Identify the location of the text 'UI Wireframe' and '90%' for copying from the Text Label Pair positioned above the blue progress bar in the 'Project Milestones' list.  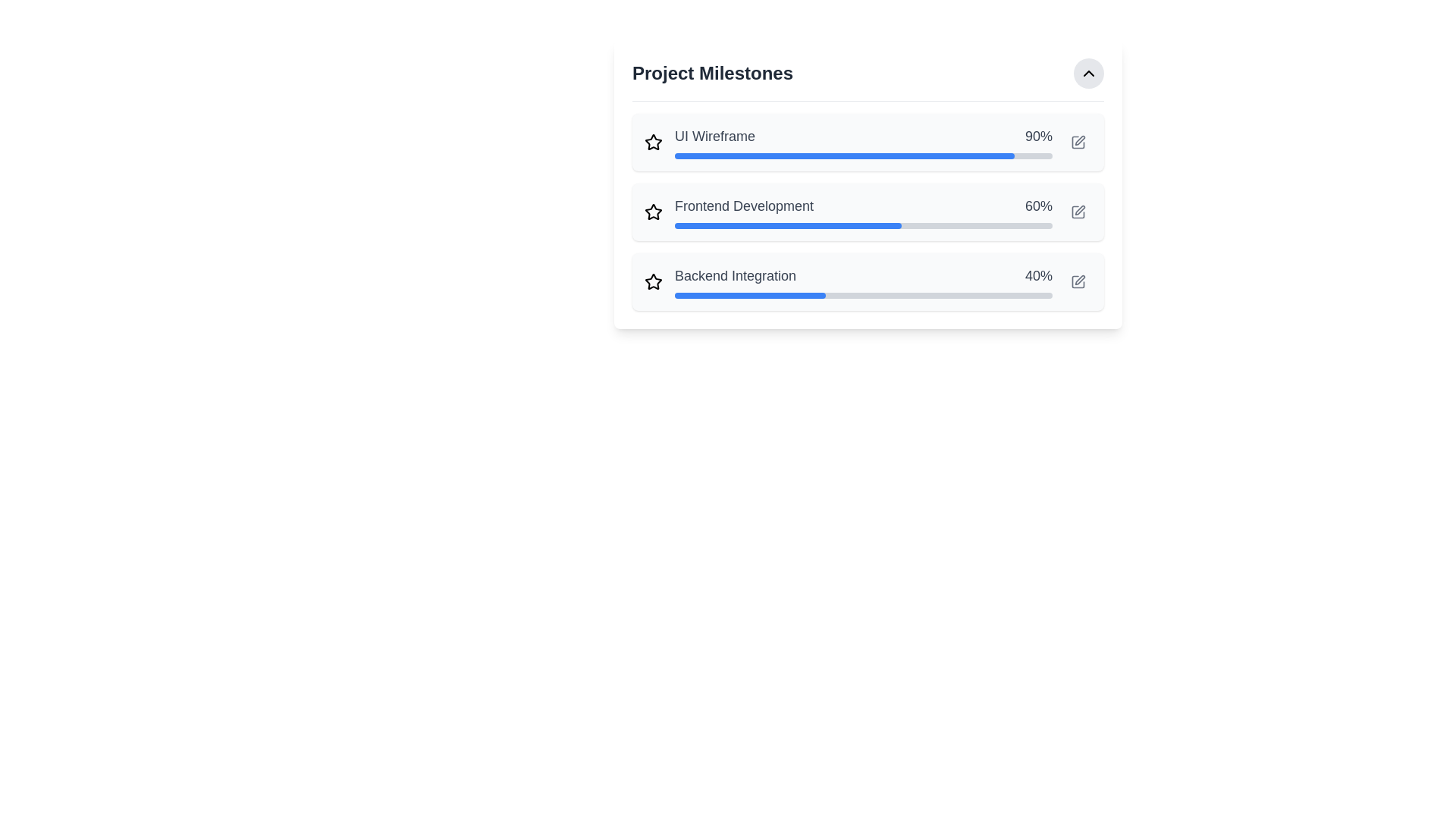
(863, 136).